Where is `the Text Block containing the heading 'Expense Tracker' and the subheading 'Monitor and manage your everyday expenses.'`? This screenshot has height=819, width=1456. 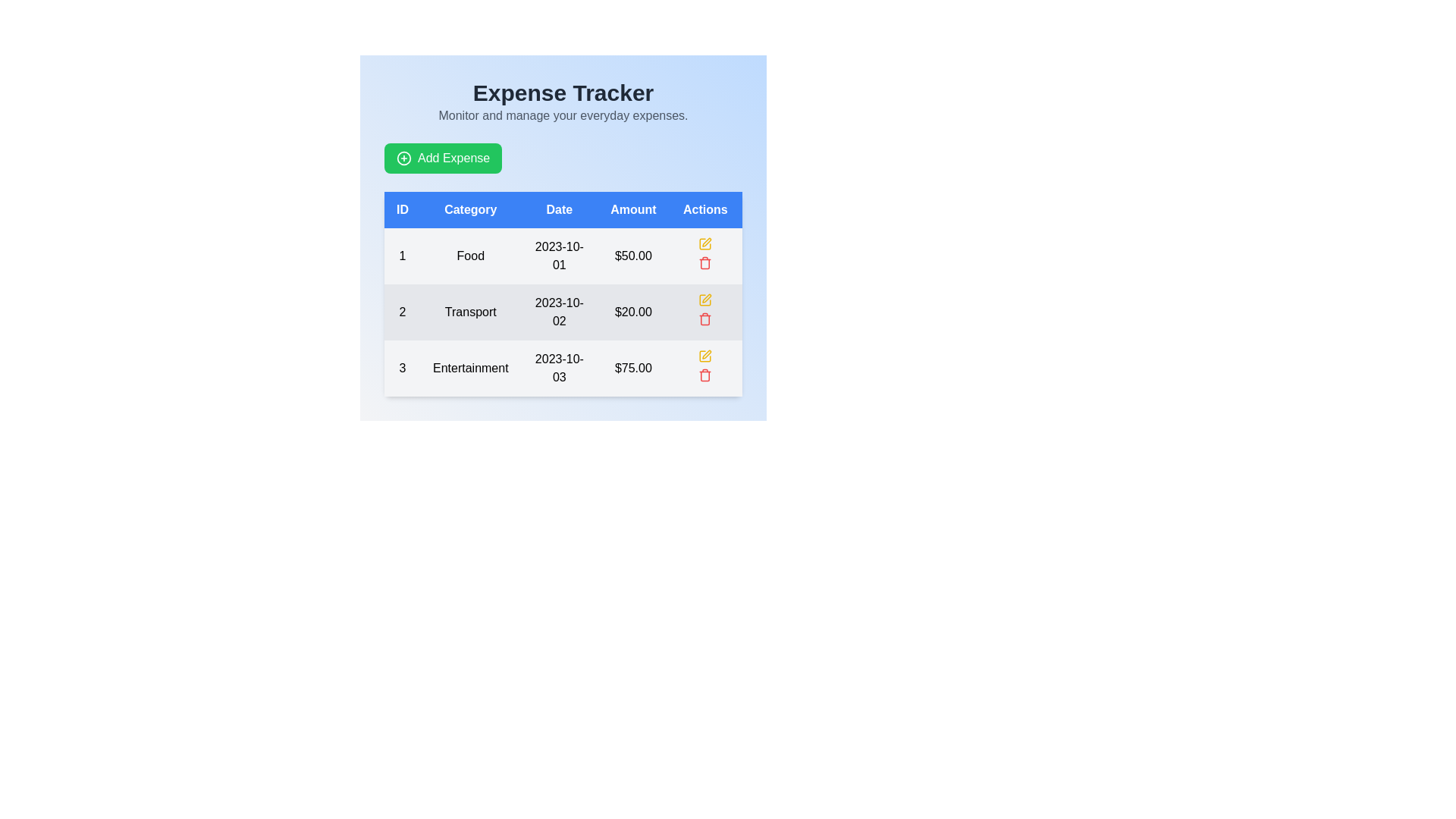
the Text Block containing the heading 'Expense Tracker' and the subheading 'Monitor and manage your everyday expenses.' is located at coordinates (563, 102).